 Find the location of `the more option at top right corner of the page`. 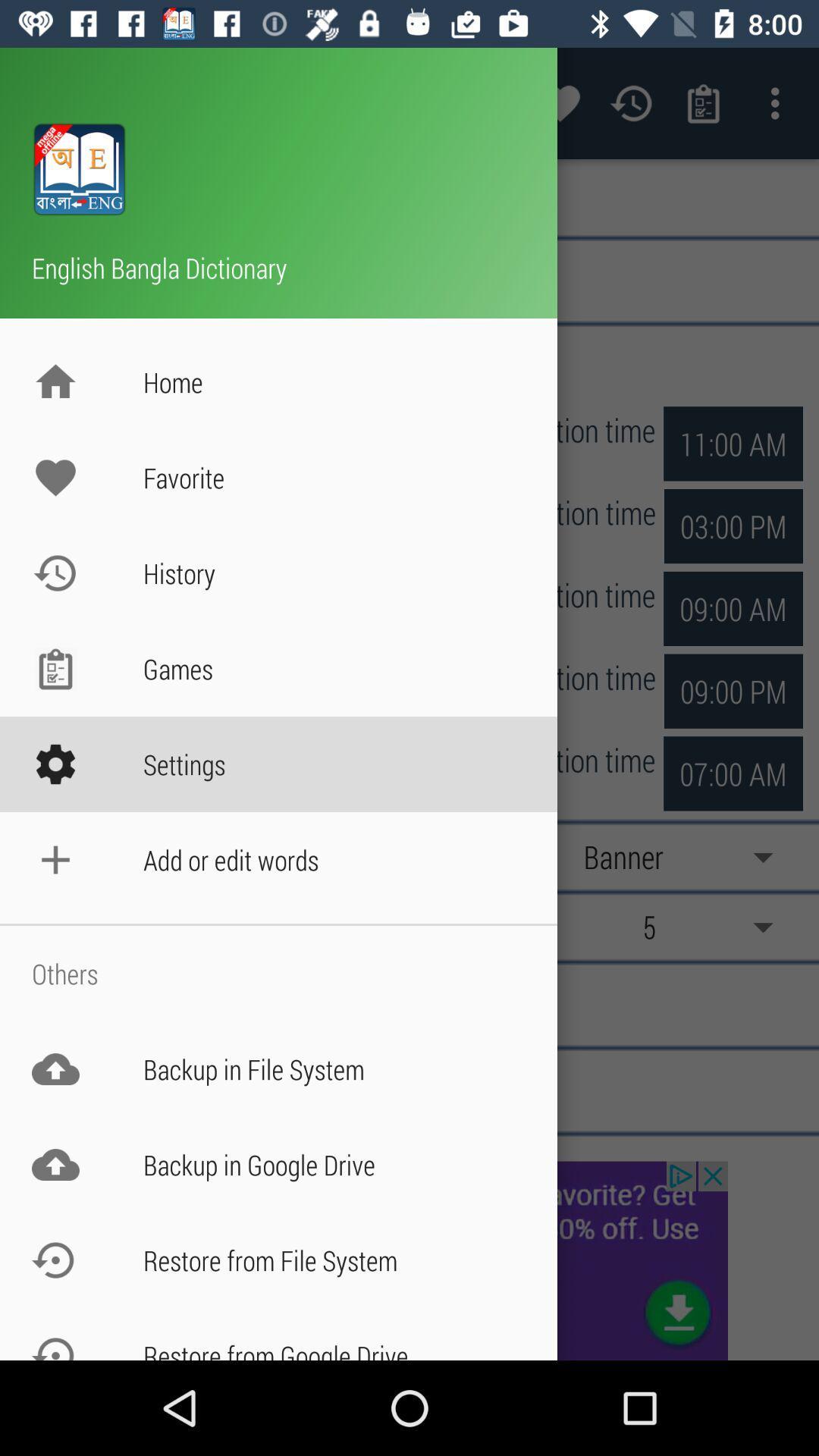

the more option at top right corner of the page is located at coordinates (779, 103).